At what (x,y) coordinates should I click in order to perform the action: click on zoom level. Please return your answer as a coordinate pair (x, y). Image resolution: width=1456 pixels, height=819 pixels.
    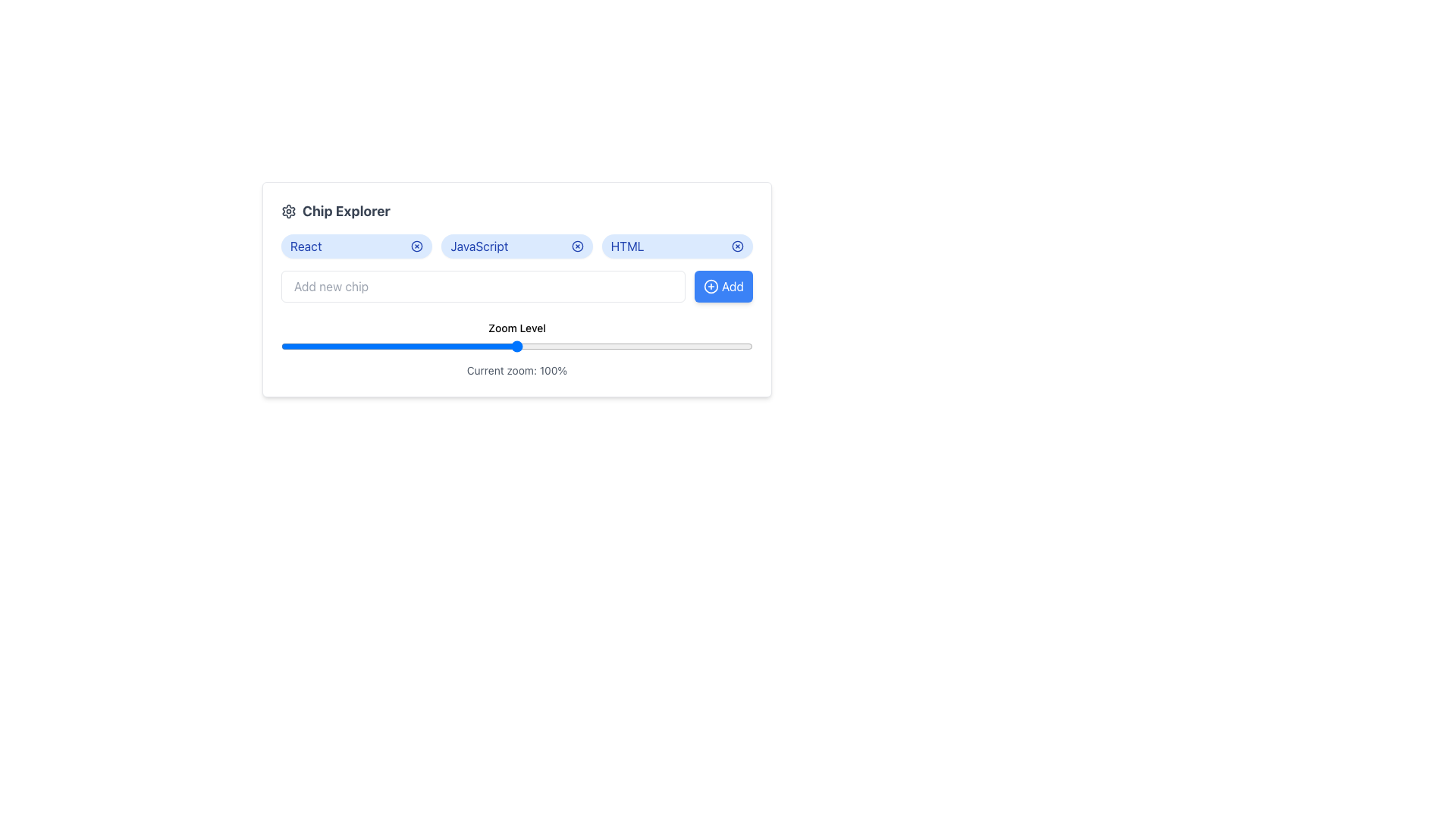
    Looking at the image, I should click on (507, 346).